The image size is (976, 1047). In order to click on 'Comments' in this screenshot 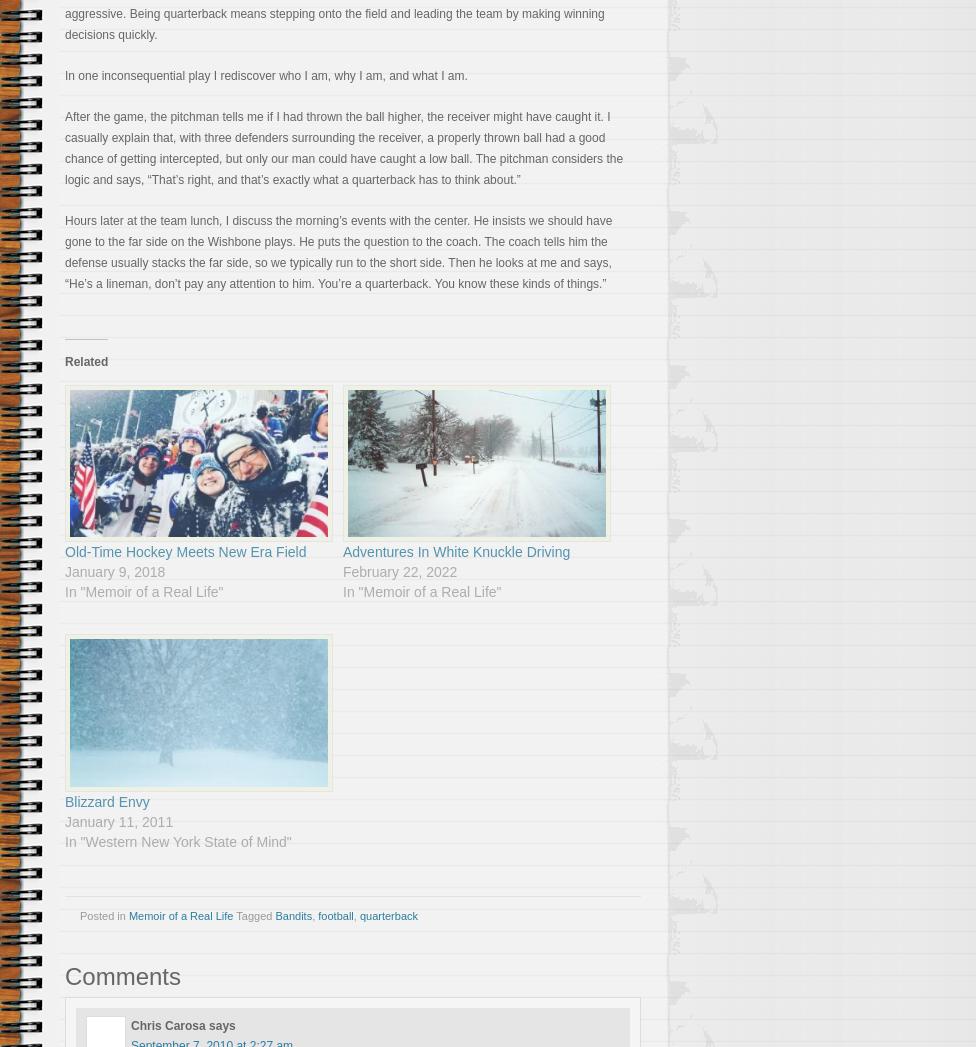, I will do `click(65, 974)`.